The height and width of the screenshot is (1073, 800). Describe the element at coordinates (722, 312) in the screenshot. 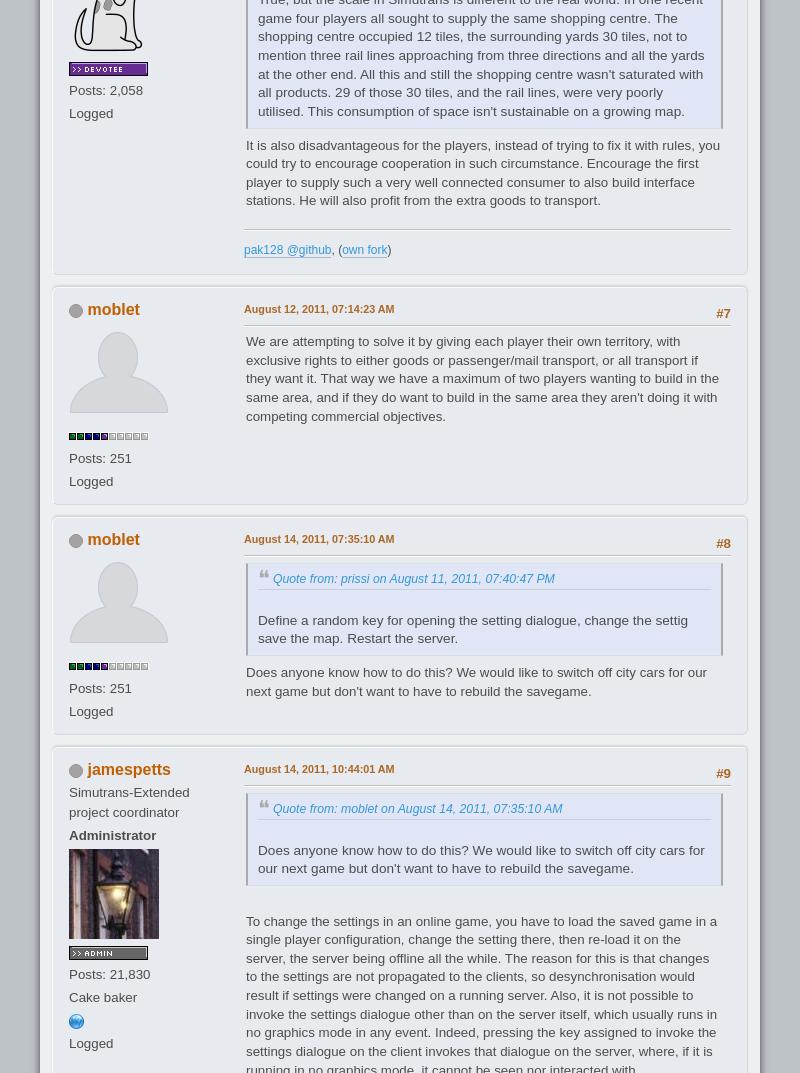

I see `'#7'` at that location.